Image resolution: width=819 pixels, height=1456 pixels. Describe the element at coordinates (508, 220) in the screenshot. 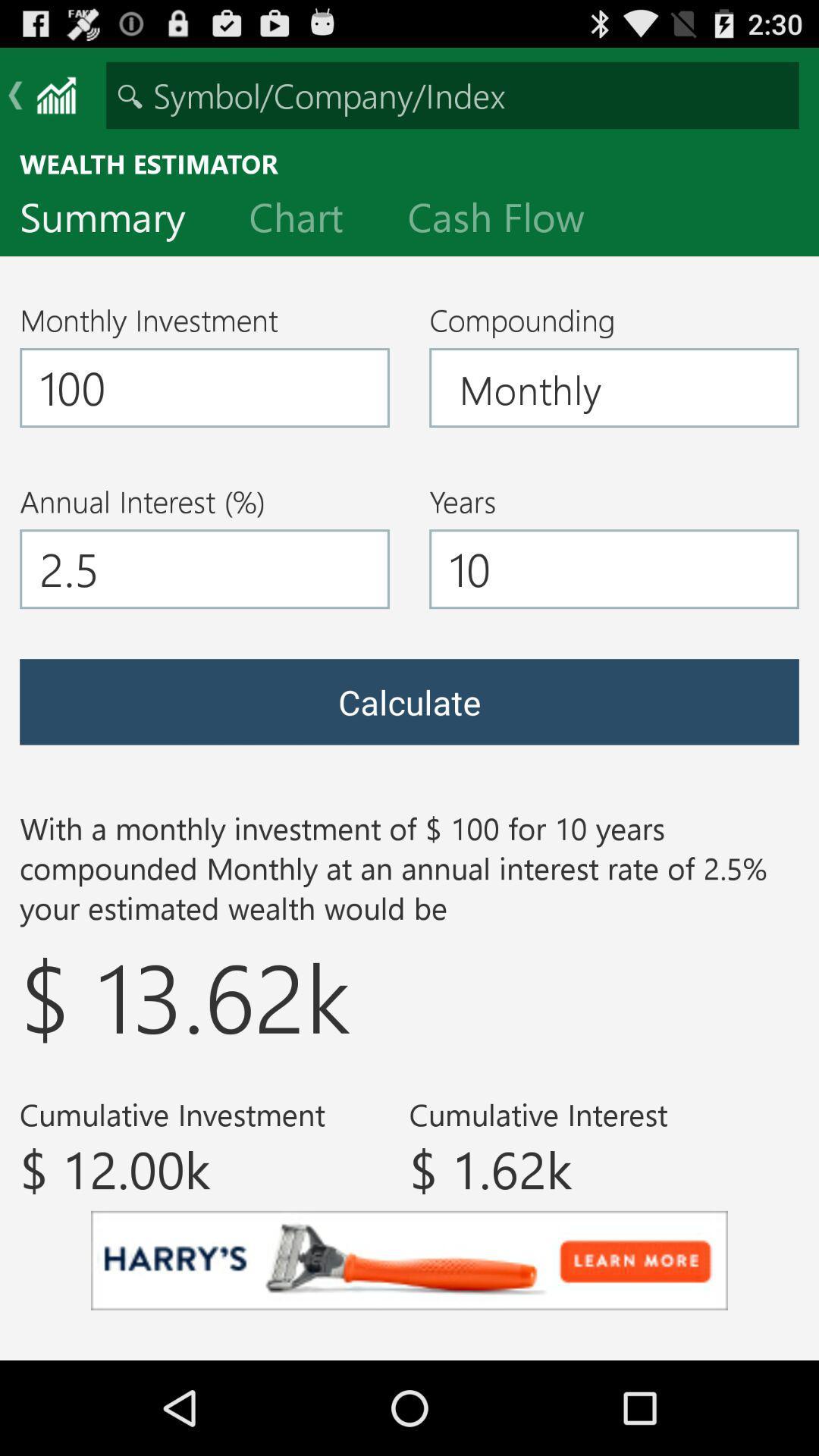

I see `the item below the wealth estimator icon` at that location.